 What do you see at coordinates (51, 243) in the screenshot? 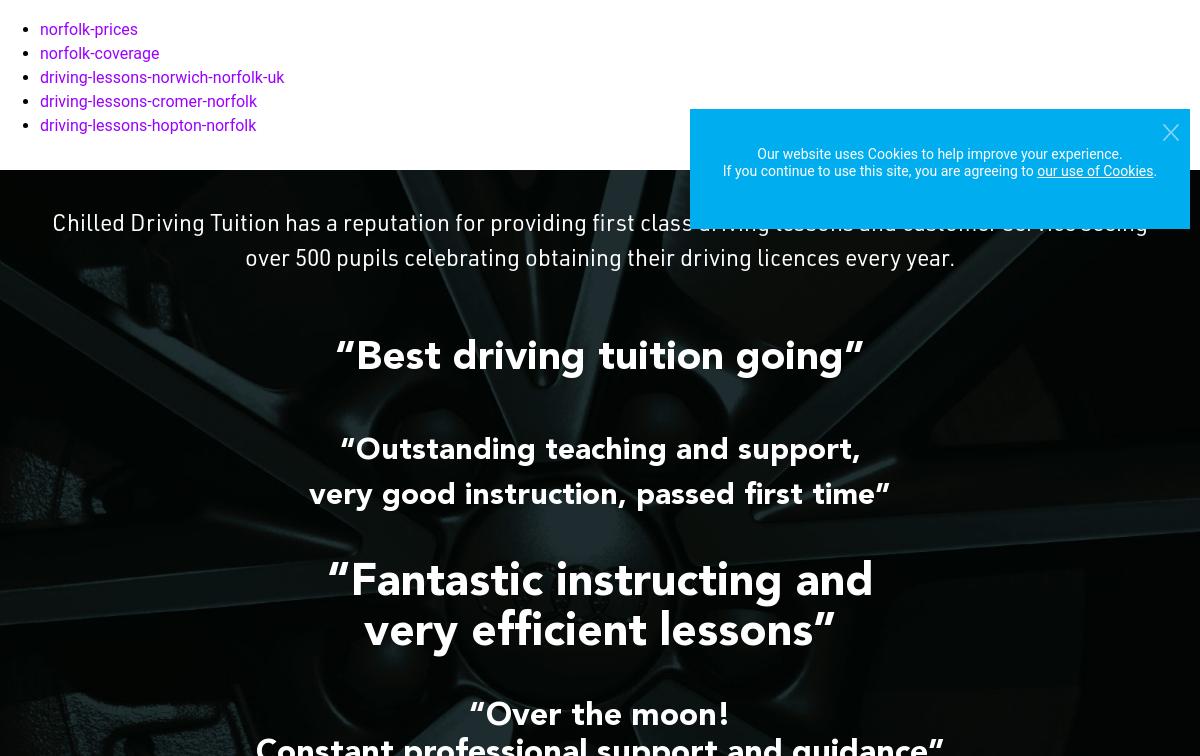
I see `'Chilled Driving Tuition has a reputation for providing first class driving lessons and customer service seeing over 500 pupils celebrating obtaining their driving licences every year.'` at bounding box center [51, 243].